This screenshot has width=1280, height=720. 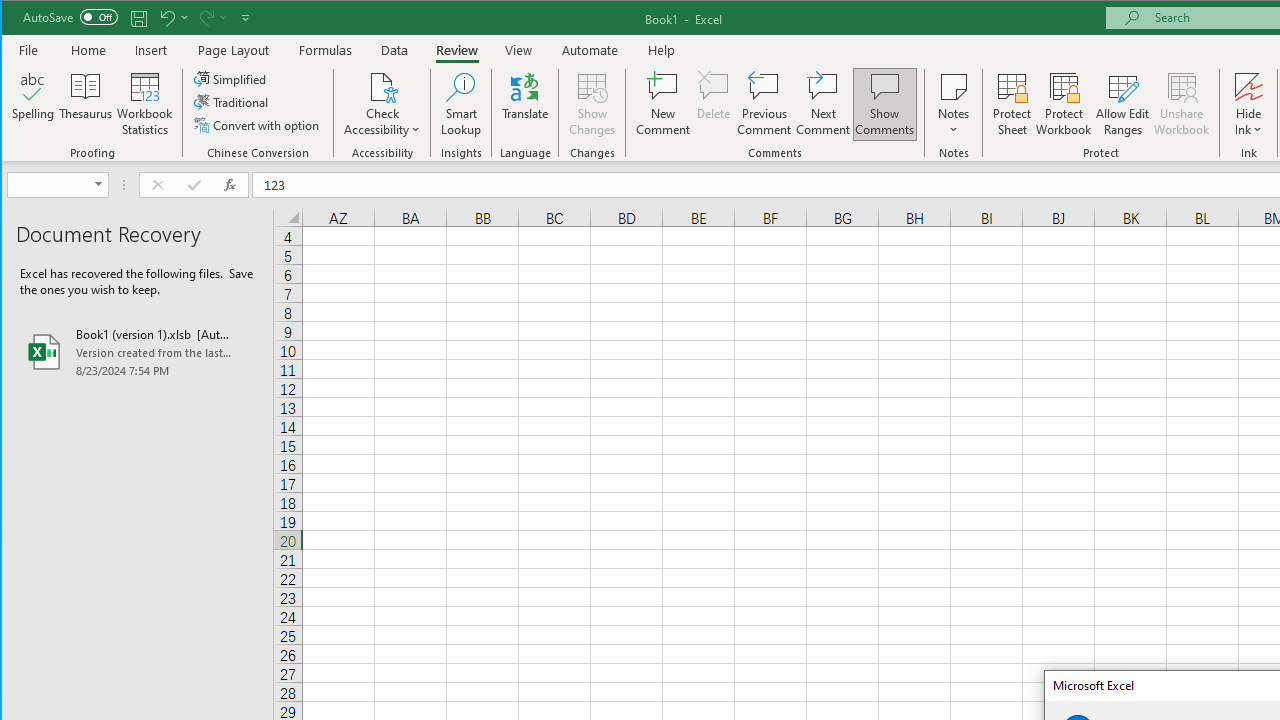 I want to click on 'Home', so click(x=87, y=49).